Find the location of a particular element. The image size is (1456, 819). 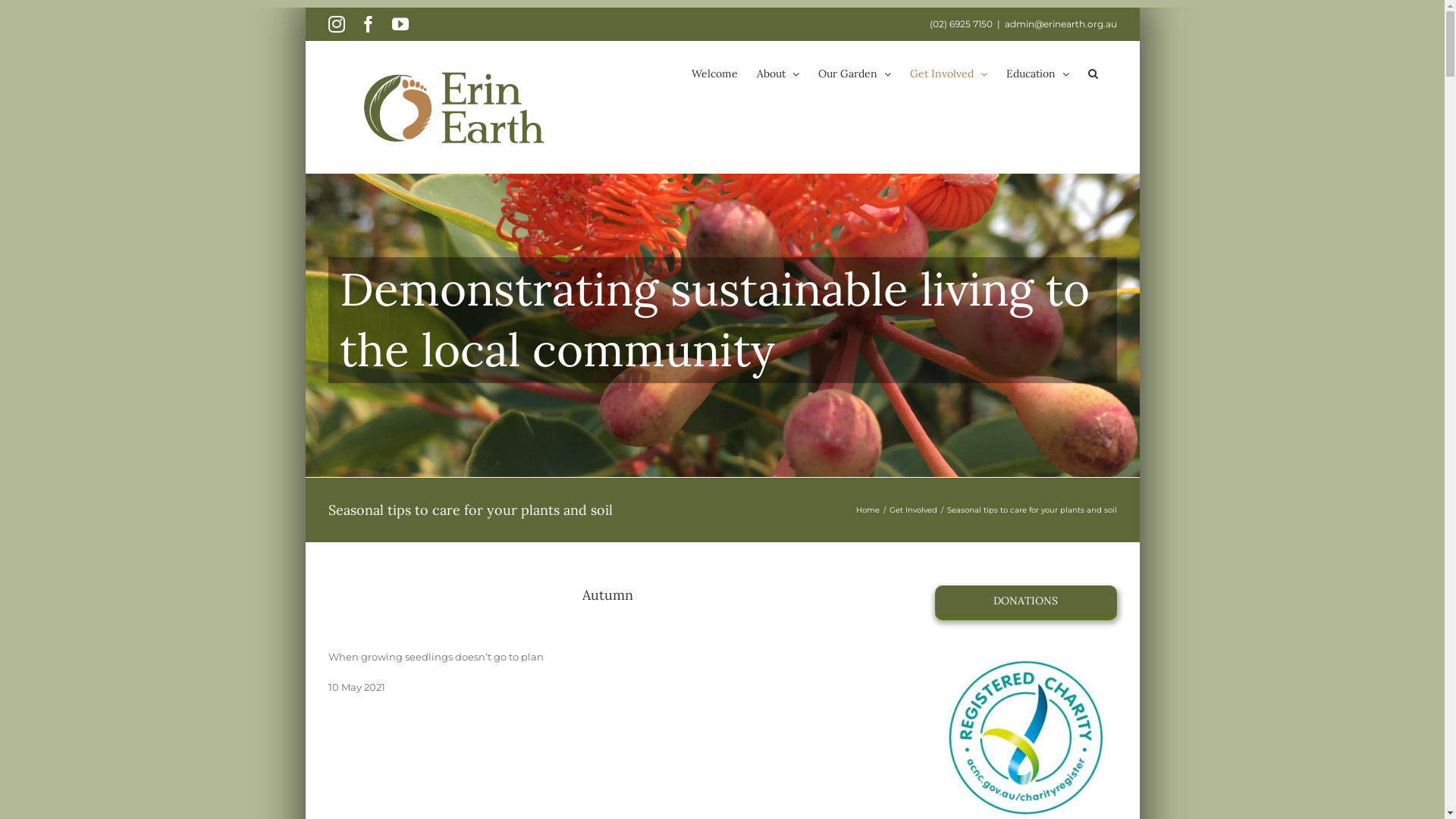

'Our Garden' is located at coordinates (854, 73).